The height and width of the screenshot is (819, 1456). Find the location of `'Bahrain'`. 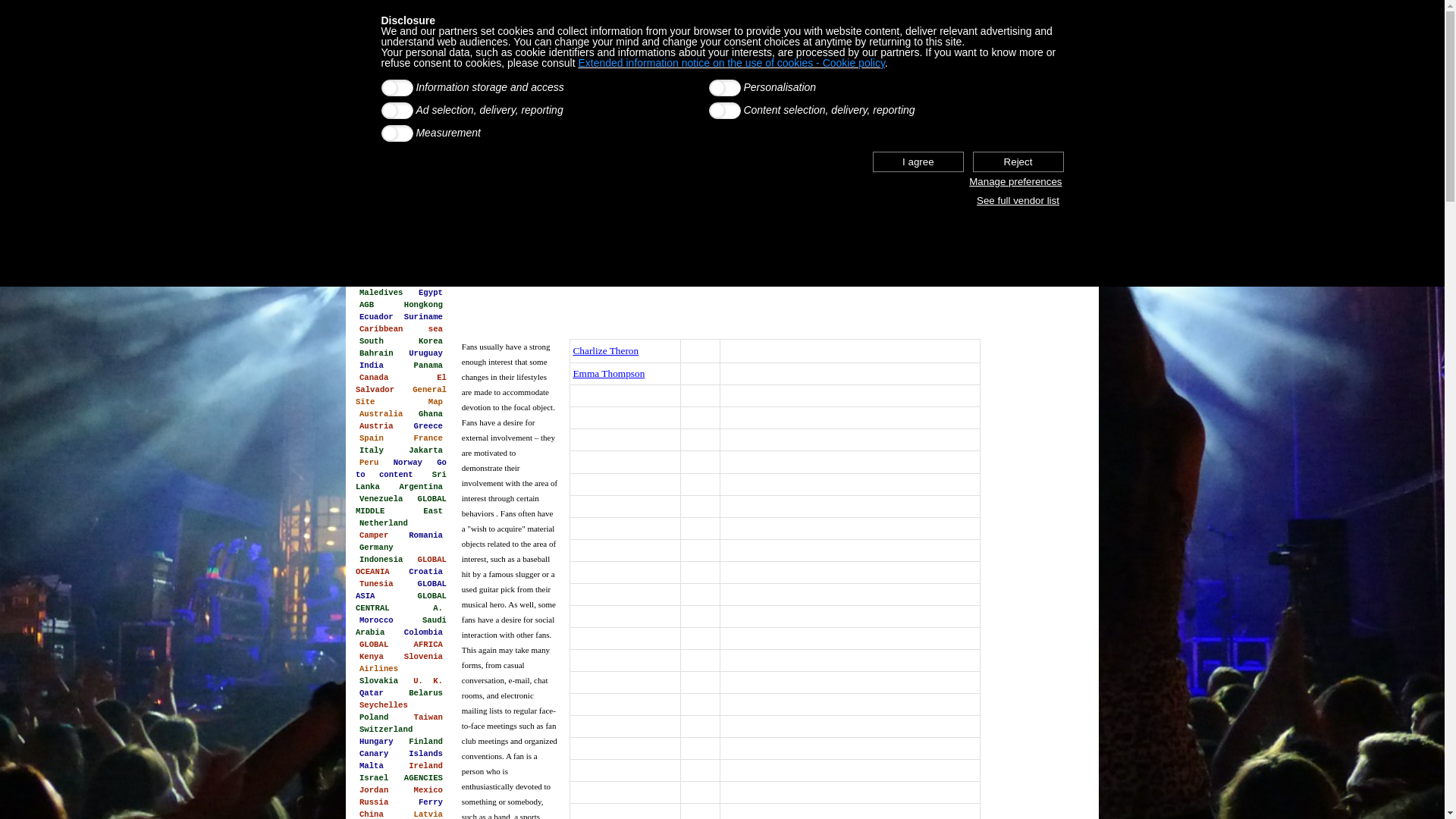

'Bahrain' is located at coordinates (376, 353).